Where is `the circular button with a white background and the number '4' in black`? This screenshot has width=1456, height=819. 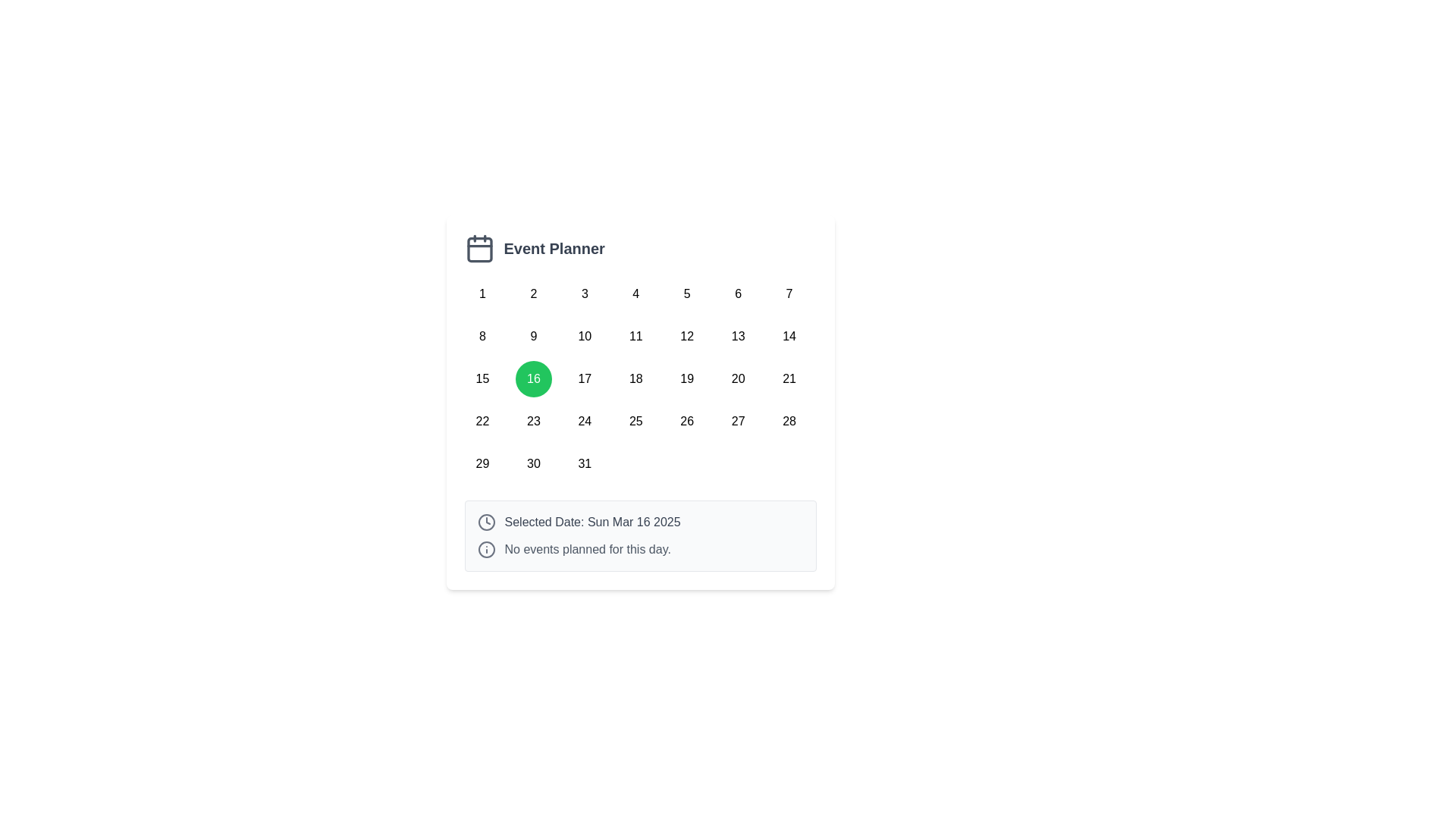 the circular button with a white background and the number '4' in black is located at coordinates (635, 294).